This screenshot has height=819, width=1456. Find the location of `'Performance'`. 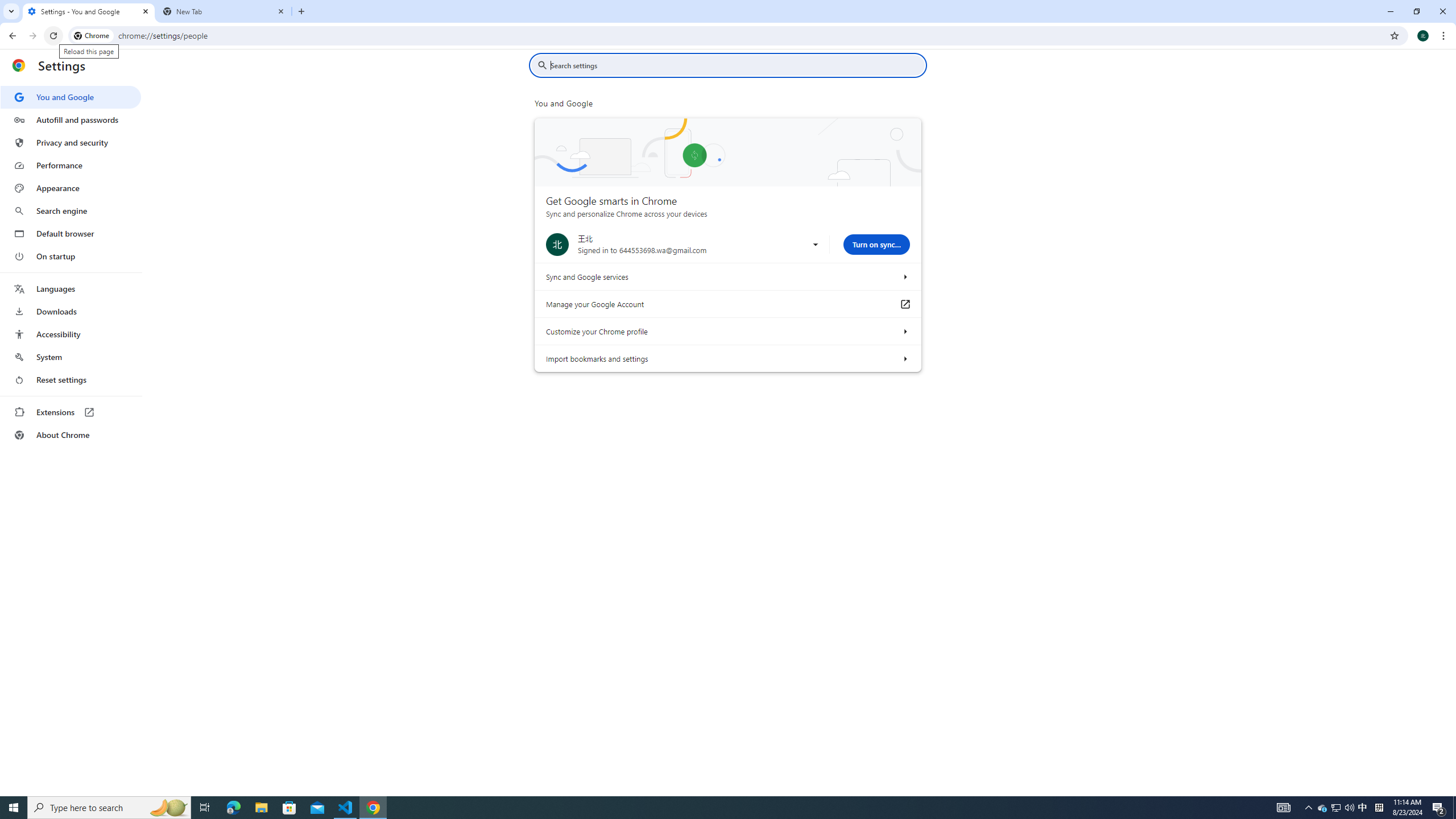

'Performance' is located at coordinates (70, 165).